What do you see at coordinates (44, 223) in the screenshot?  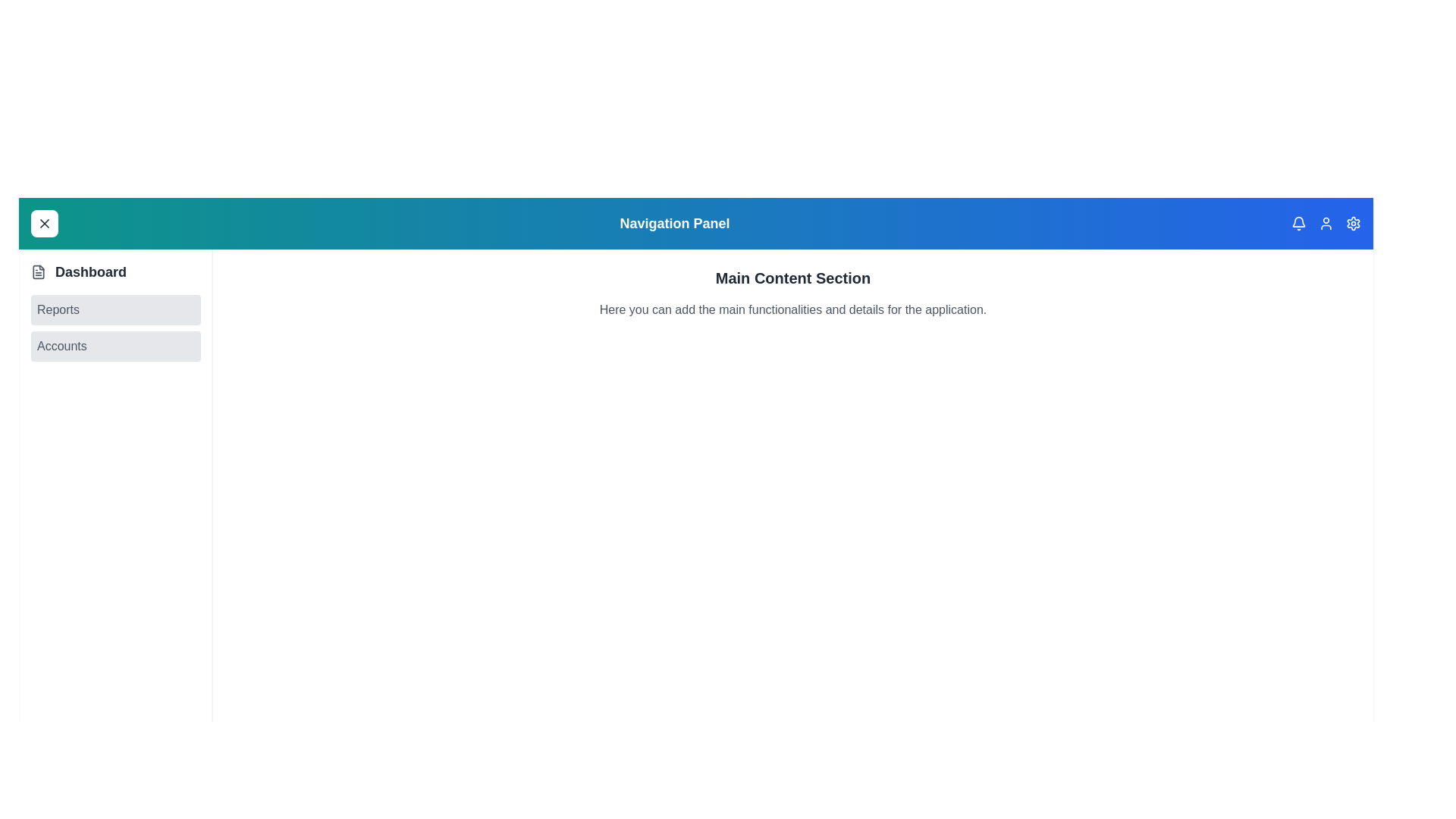 I see `the close or cancel icon located in the top-left corner of the navigation panel` at bounding box center [44, 223].